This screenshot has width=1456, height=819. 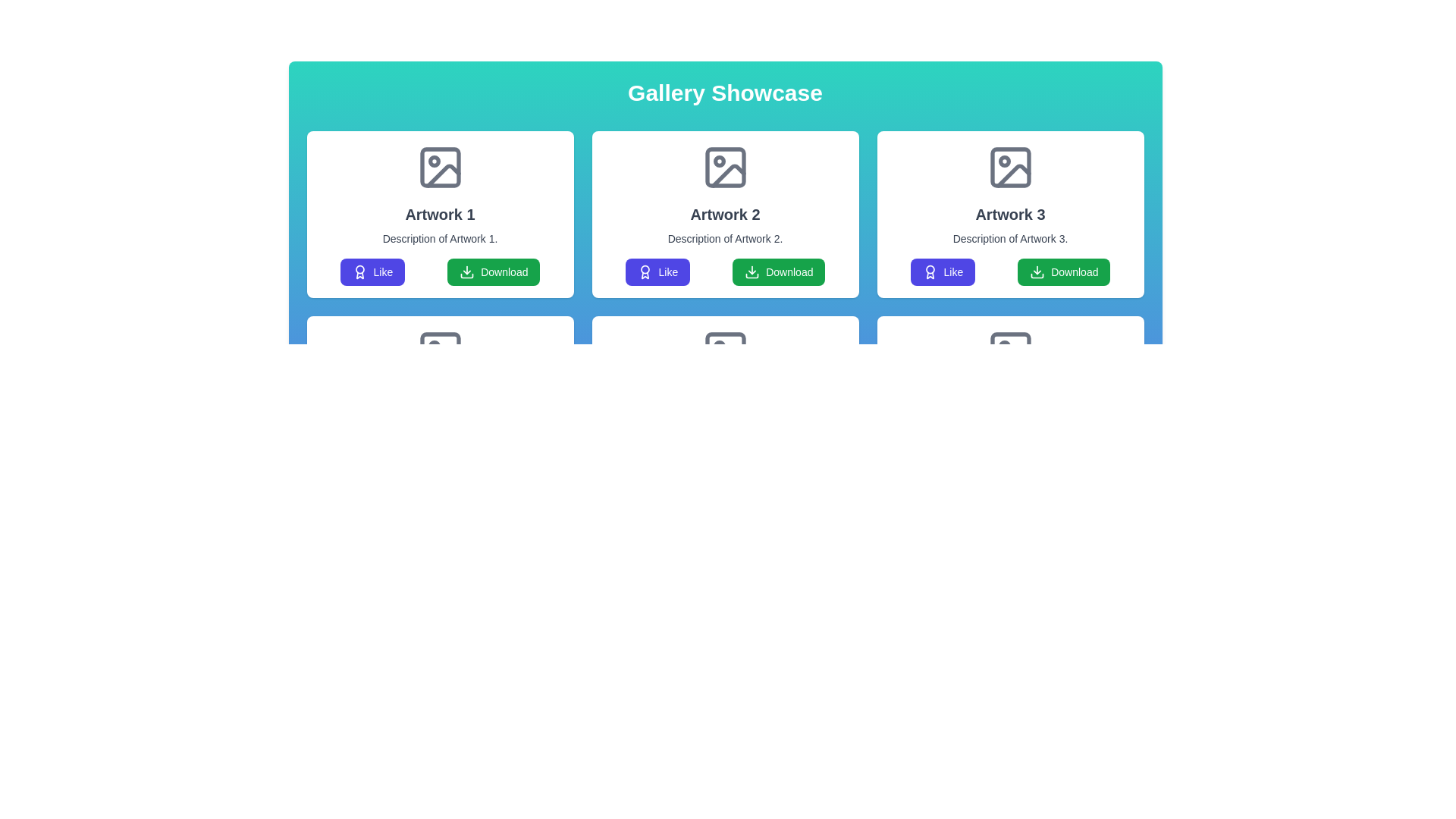 I want to click on the award or achievement icon located within the 'Like' button of the third artwork card in the second row, so click(x=929, y=271).